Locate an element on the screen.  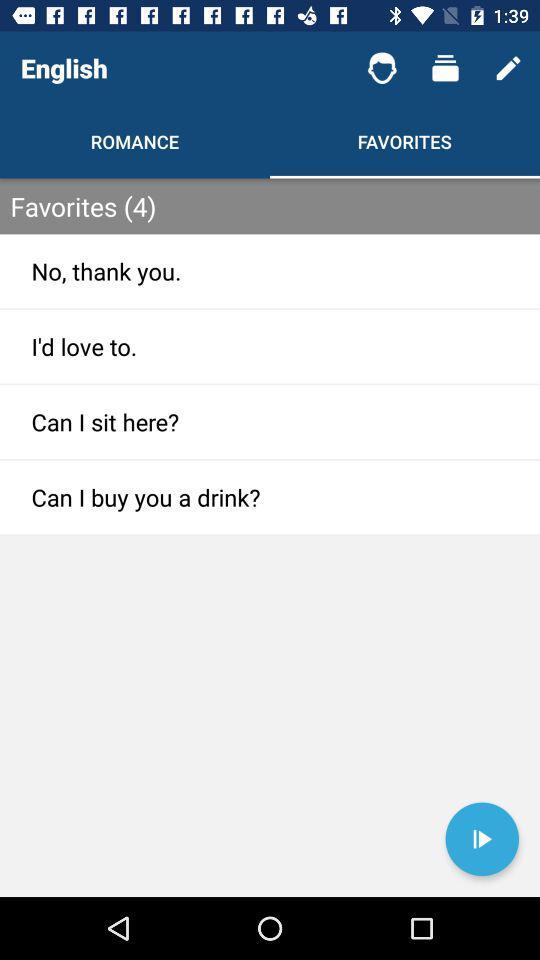
item to the right of english is located at coordinates (382, 68).